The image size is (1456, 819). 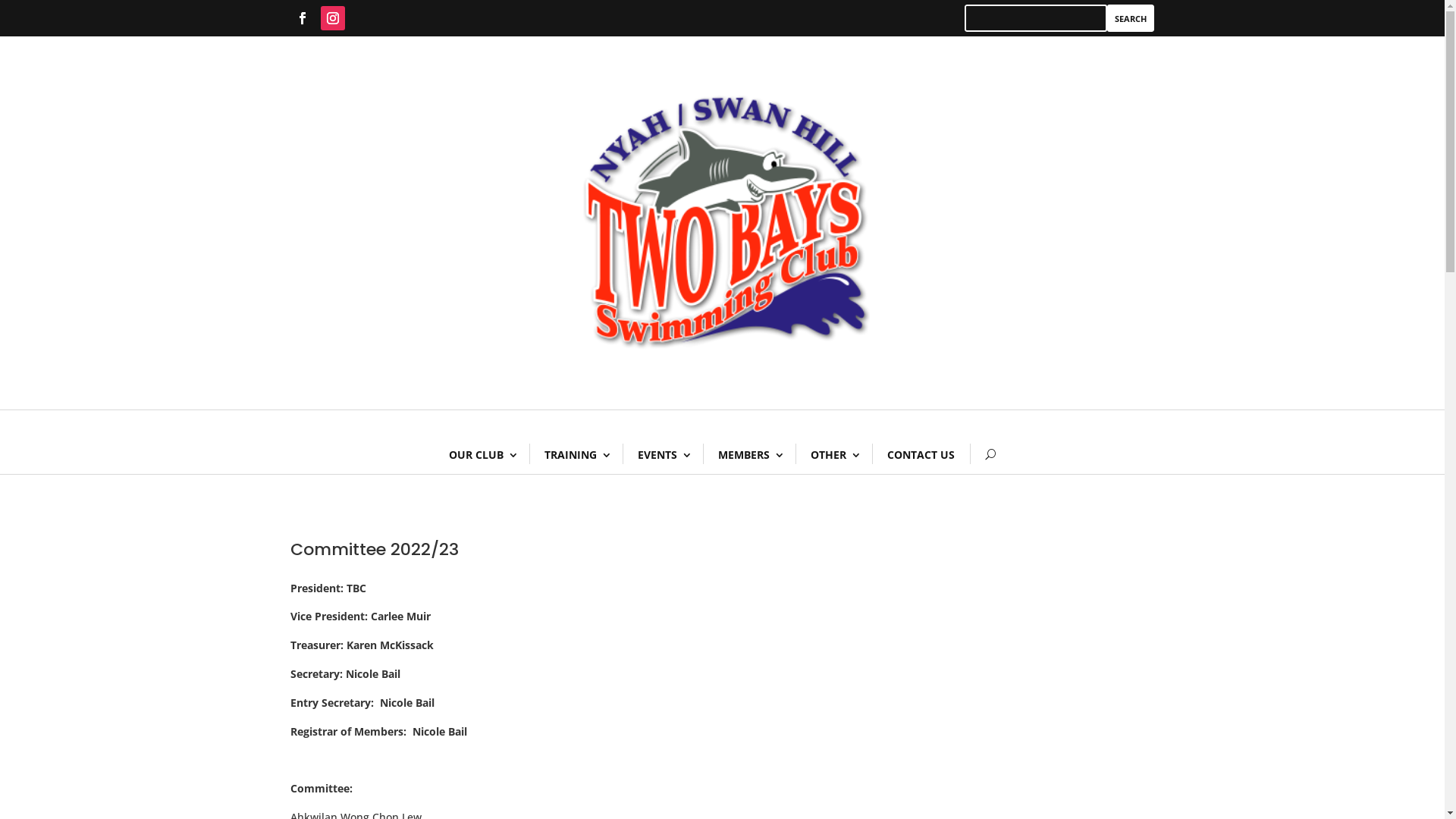 I want to click on 'Search', so click(x=1131, y=17).